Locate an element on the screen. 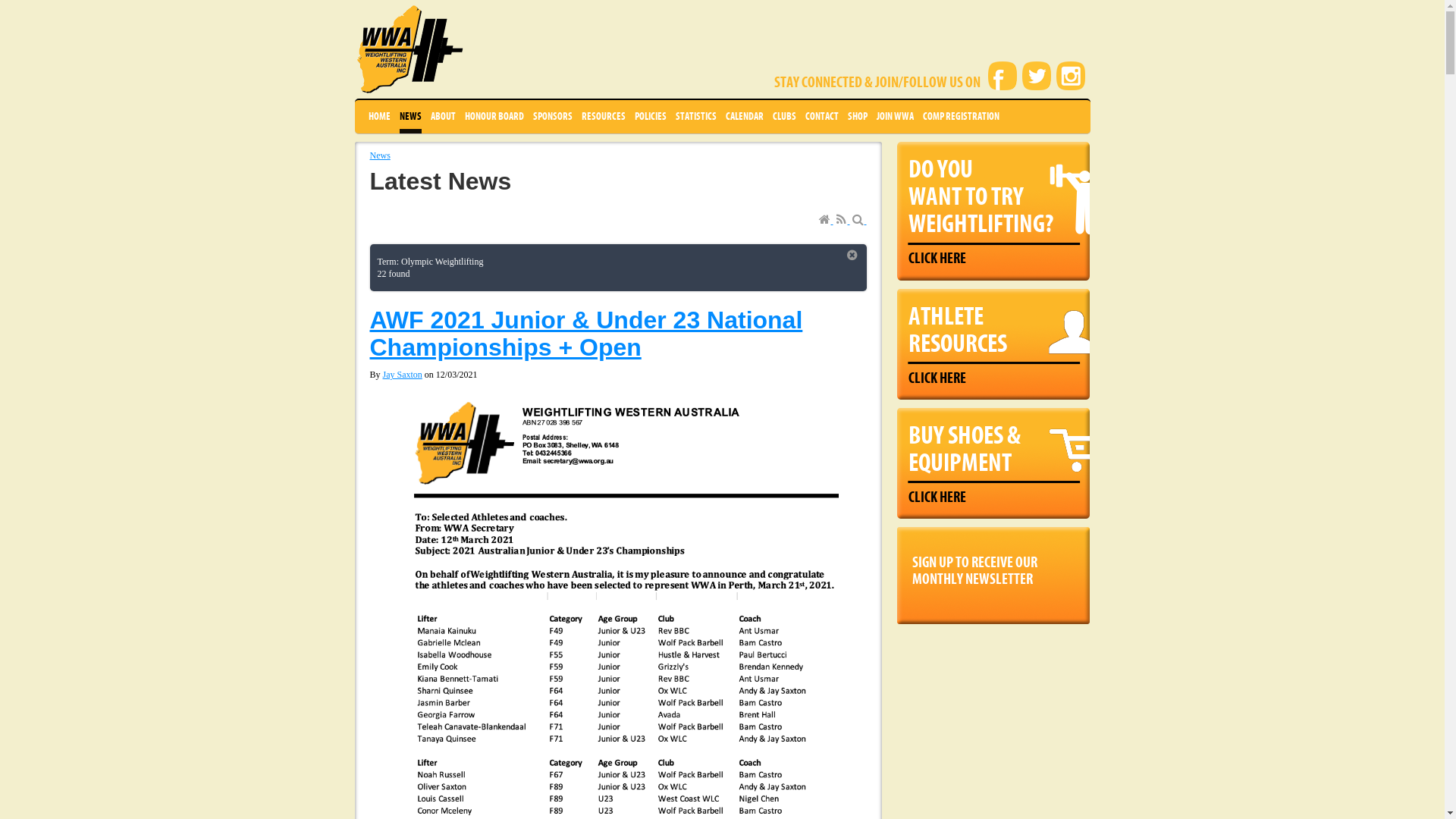 This screenshot has height=819, width=1456. 'CALENDAR' is located at coordinates (743, 116).